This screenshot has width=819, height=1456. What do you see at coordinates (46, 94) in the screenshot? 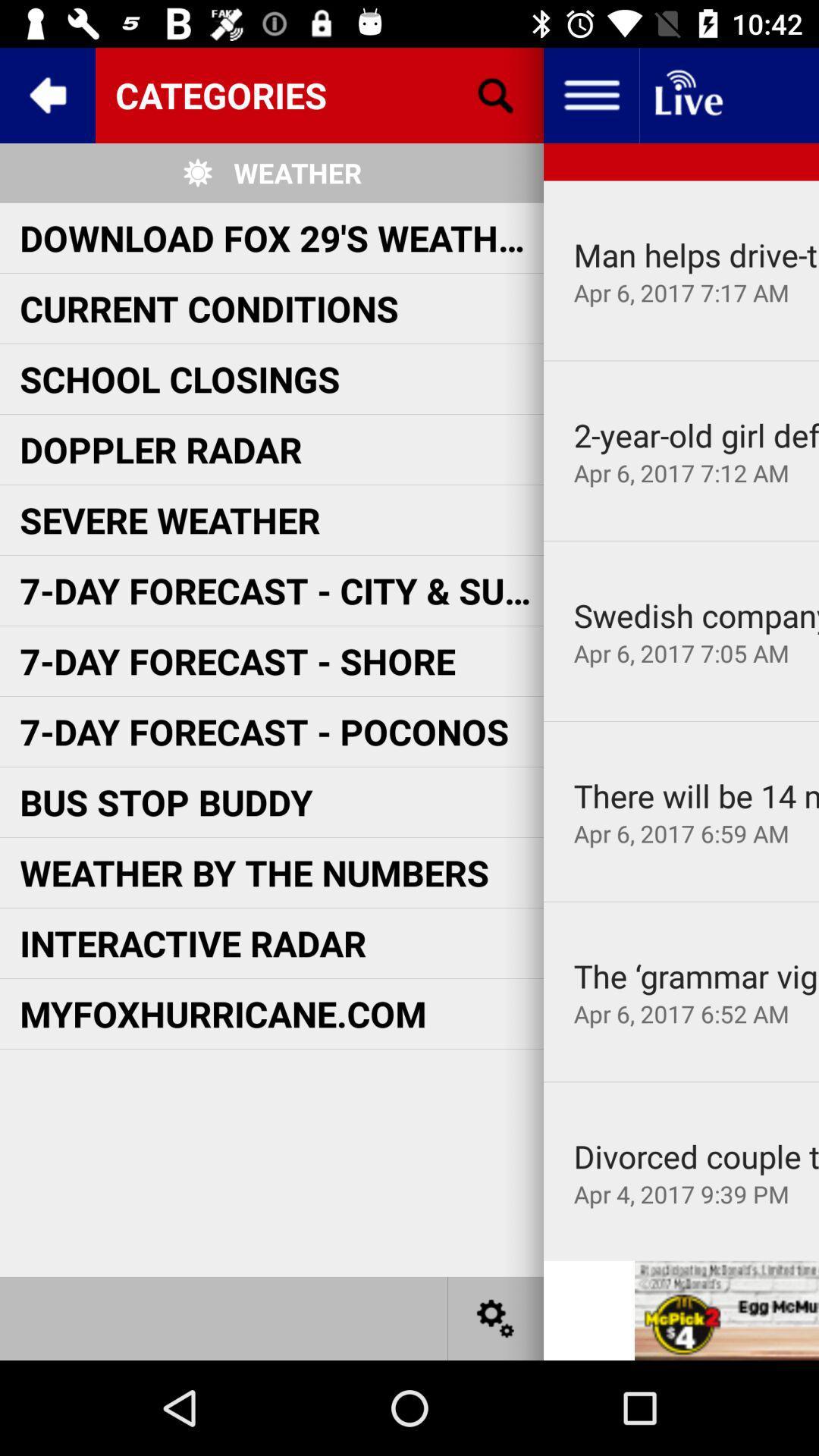
I see `the arrow_backward icon` at bounding box center [46, 94].